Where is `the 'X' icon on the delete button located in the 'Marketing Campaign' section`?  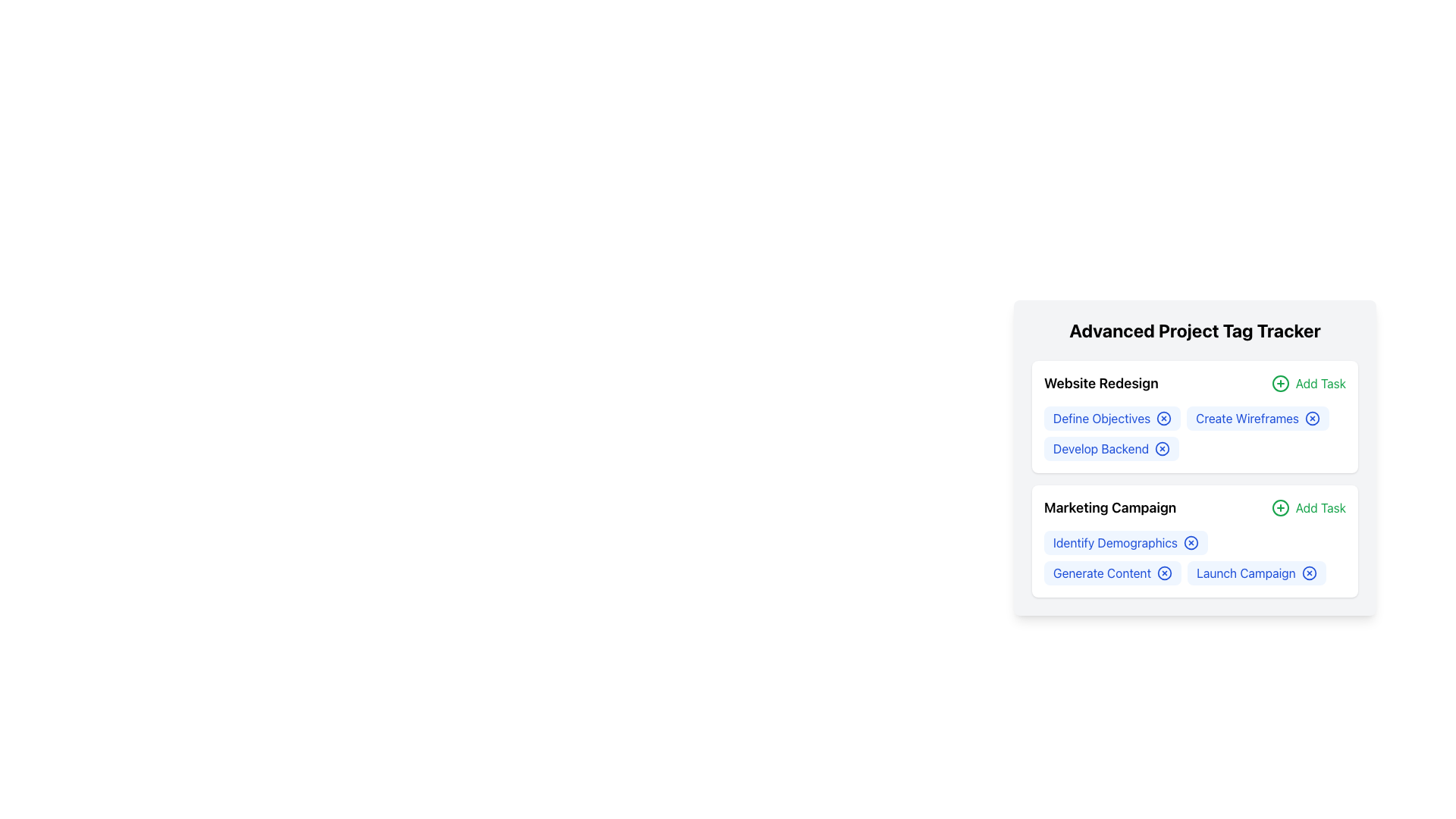
the 'X' icon on the delete button located in the 'Marketing Campaign' section is located at coordinates (1112, 573).